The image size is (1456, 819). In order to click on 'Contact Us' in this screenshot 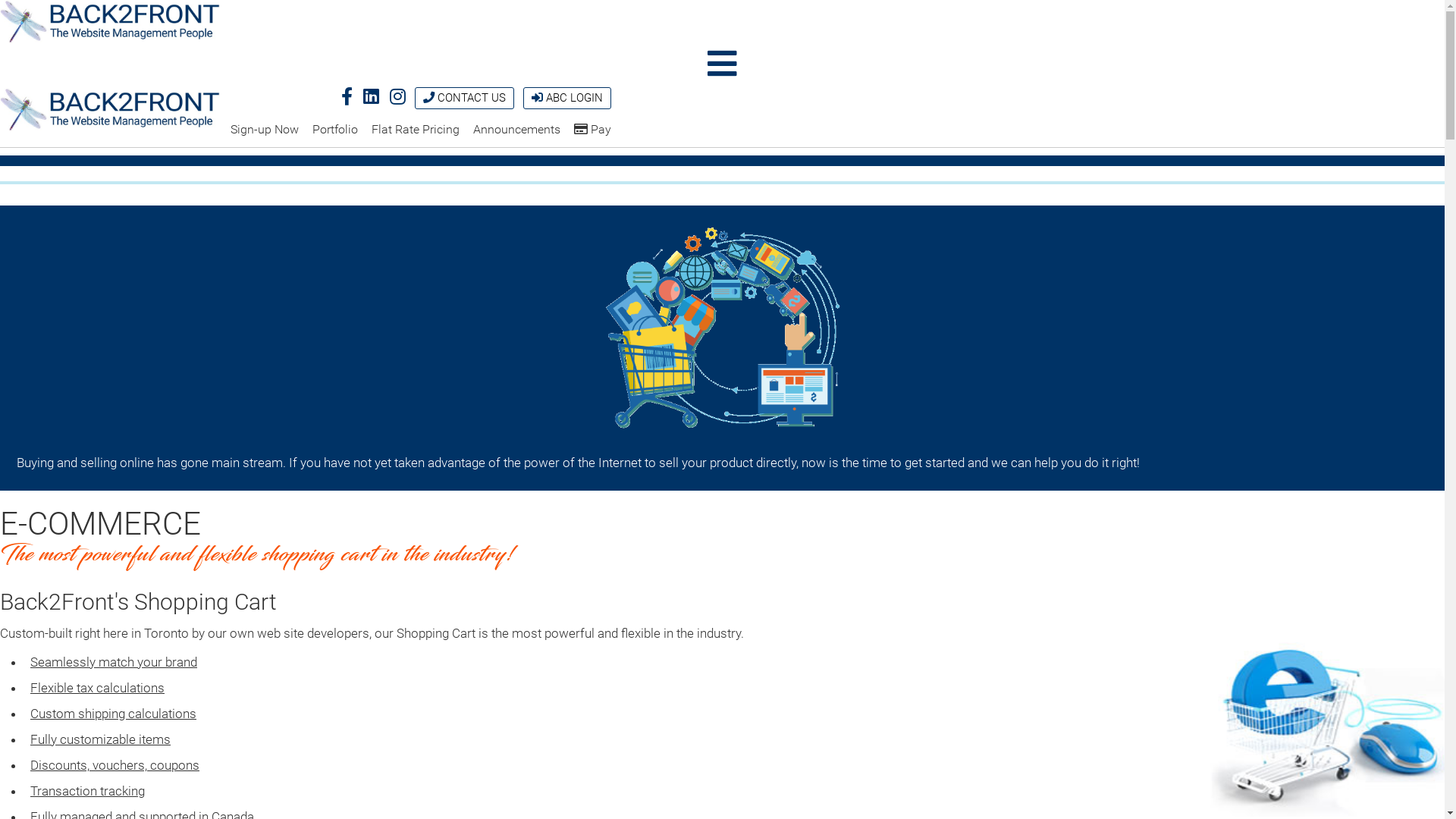, I will do `click(428, 97)`.